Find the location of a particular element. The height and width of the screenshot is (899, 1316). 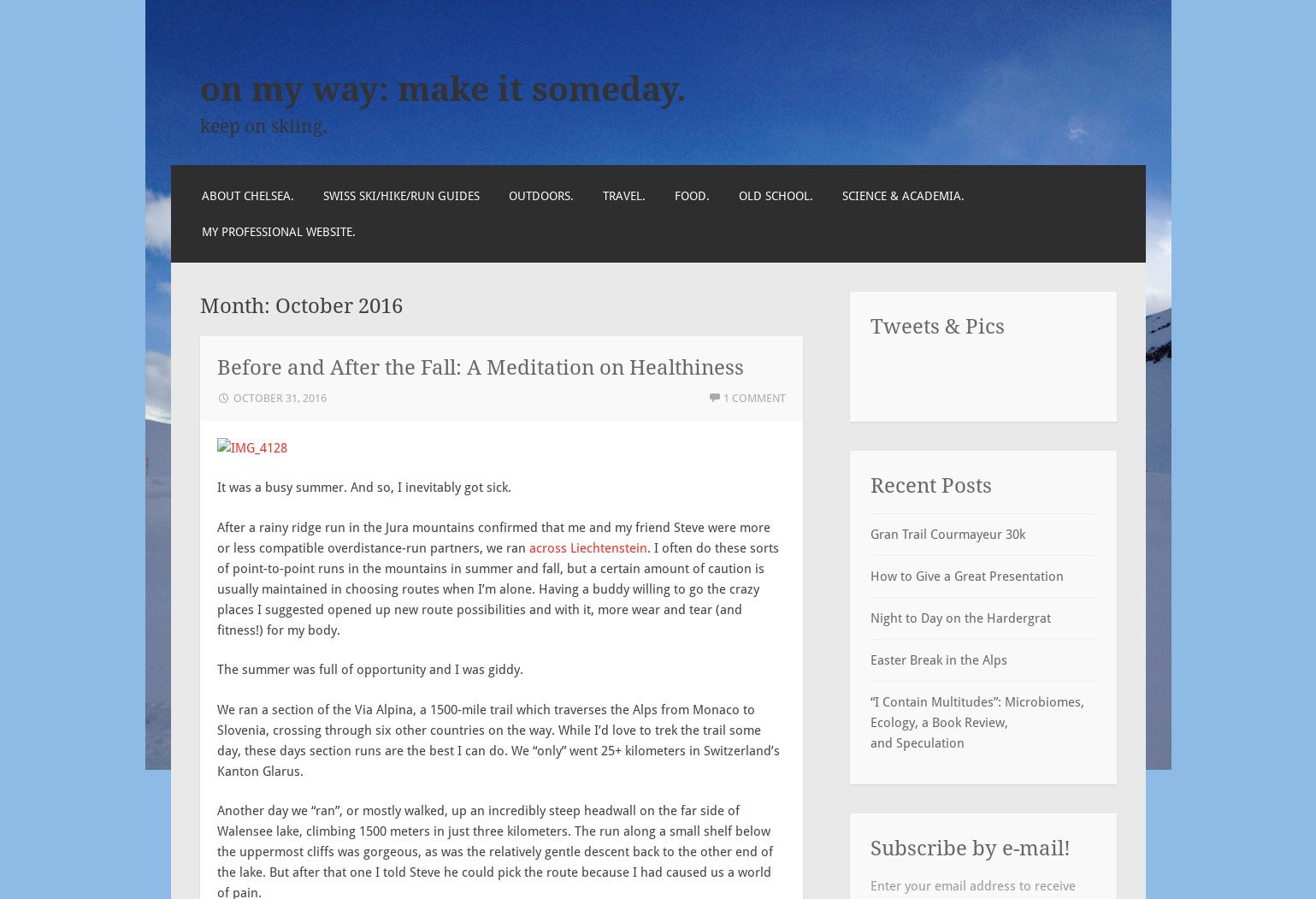

'Recent Posts' is located at coordinates (929, 484).